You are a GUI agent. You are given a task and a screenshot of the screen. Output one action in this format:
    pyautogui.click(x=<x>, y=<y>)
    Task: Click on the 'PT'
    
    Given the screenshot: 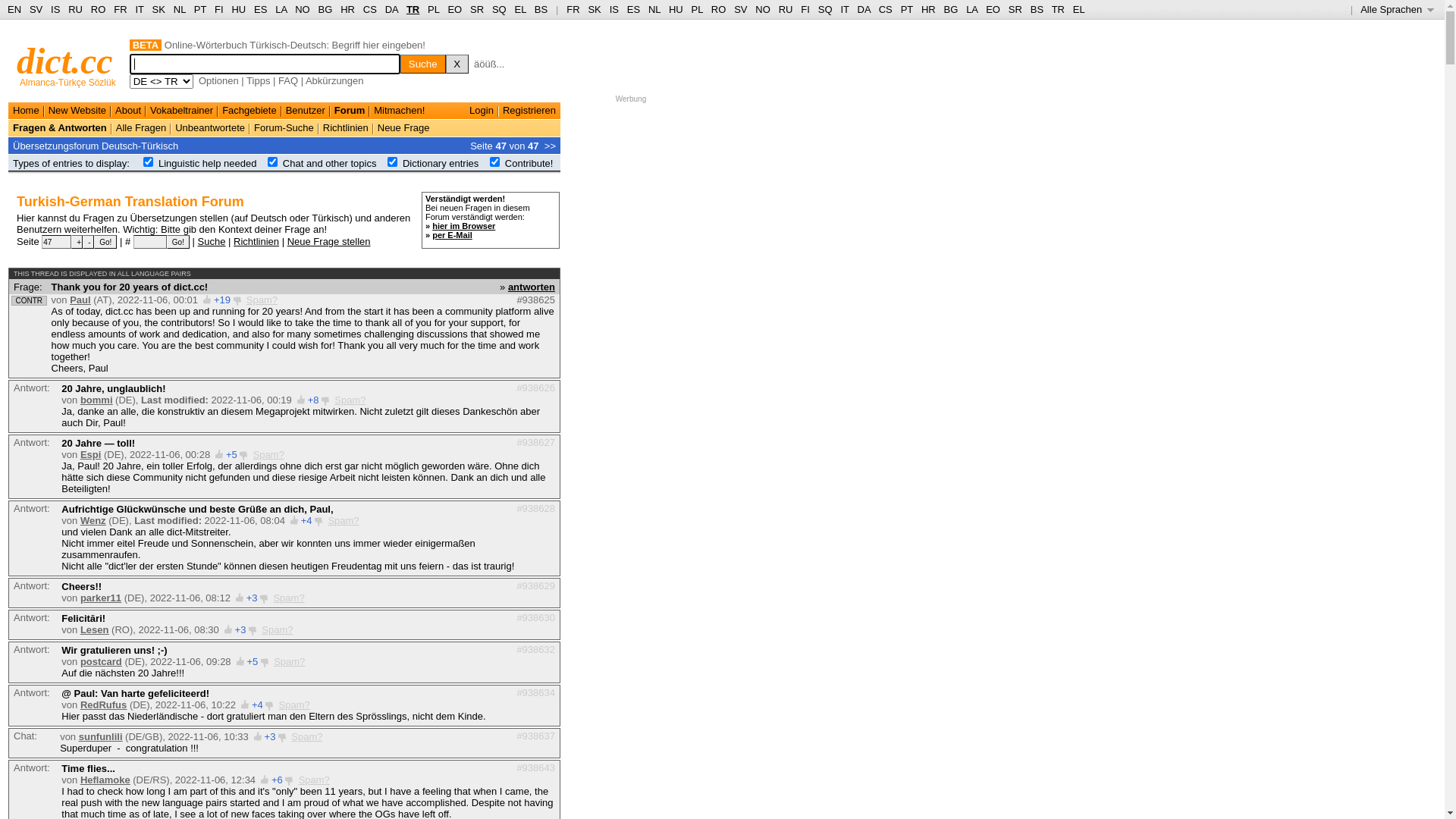 What is the action you would take?
    pyautogui.click(x=906, y=9)
    